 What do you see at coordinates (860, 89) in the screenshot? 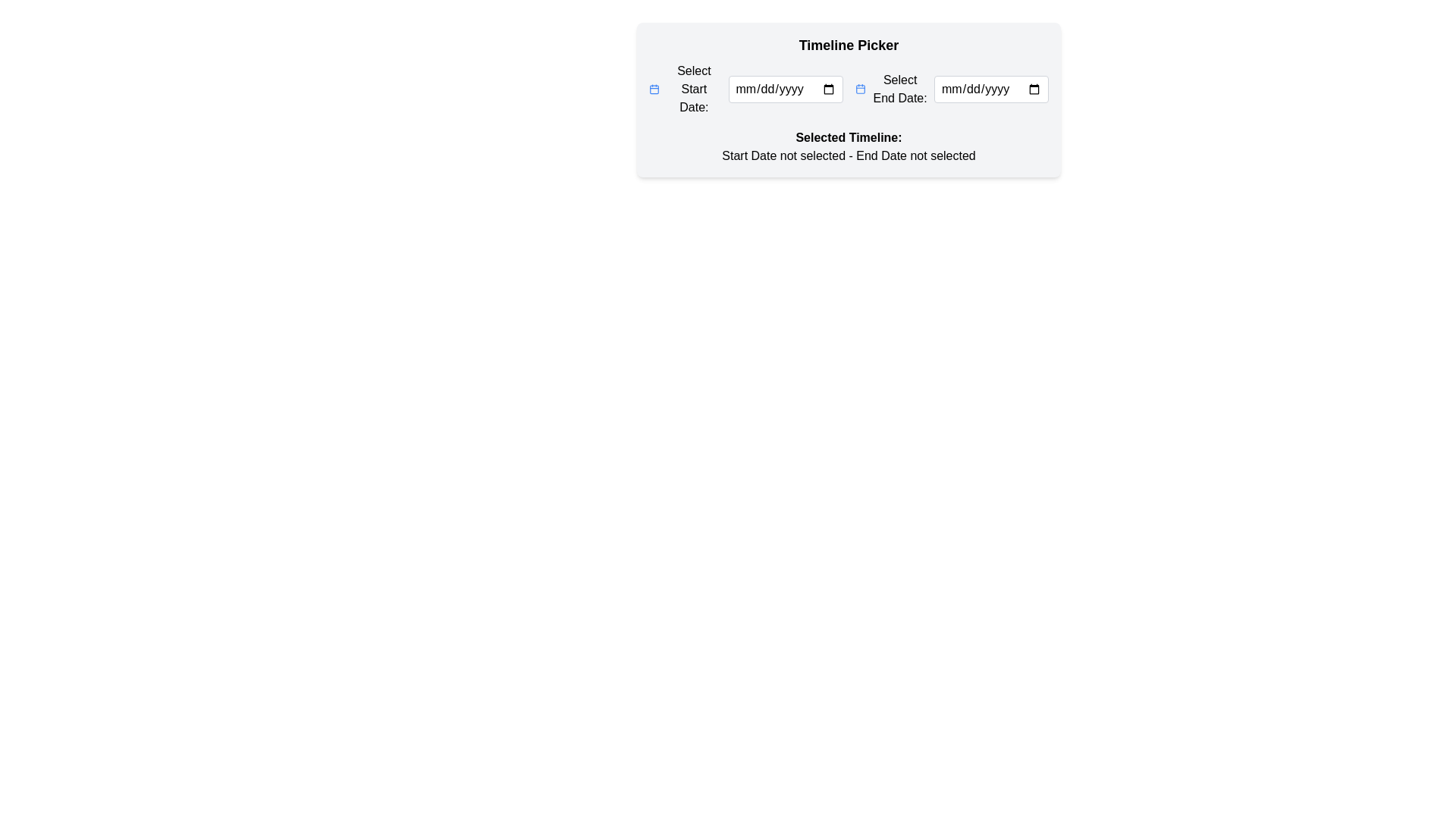
I see `the blue calendar icon located near the 'Select End Date:' label in the timeline picker interface` at bounding box center [860, 89].